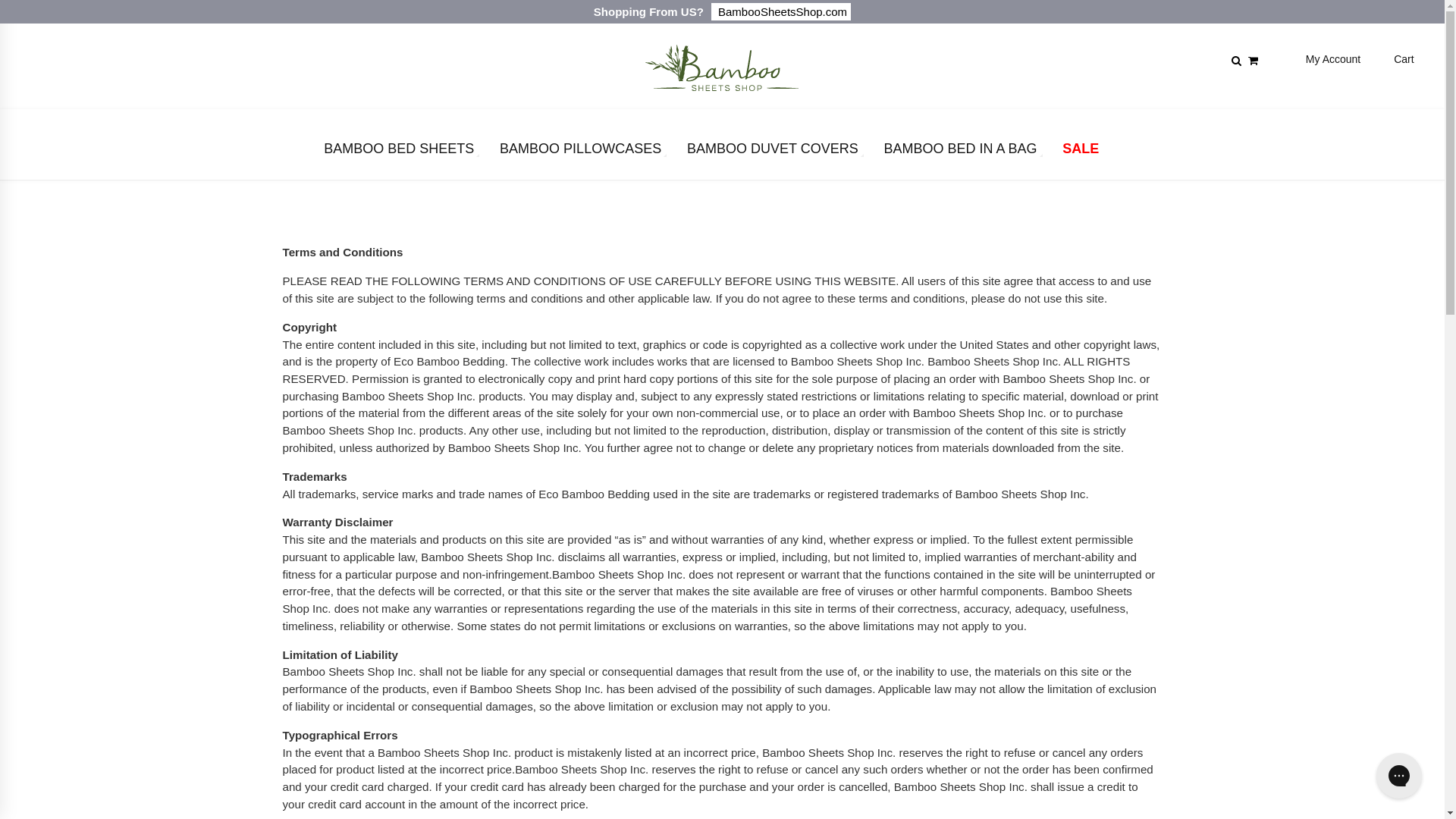  I want to click on 'BAMBOO BED SHEETS', so click(399, 152).